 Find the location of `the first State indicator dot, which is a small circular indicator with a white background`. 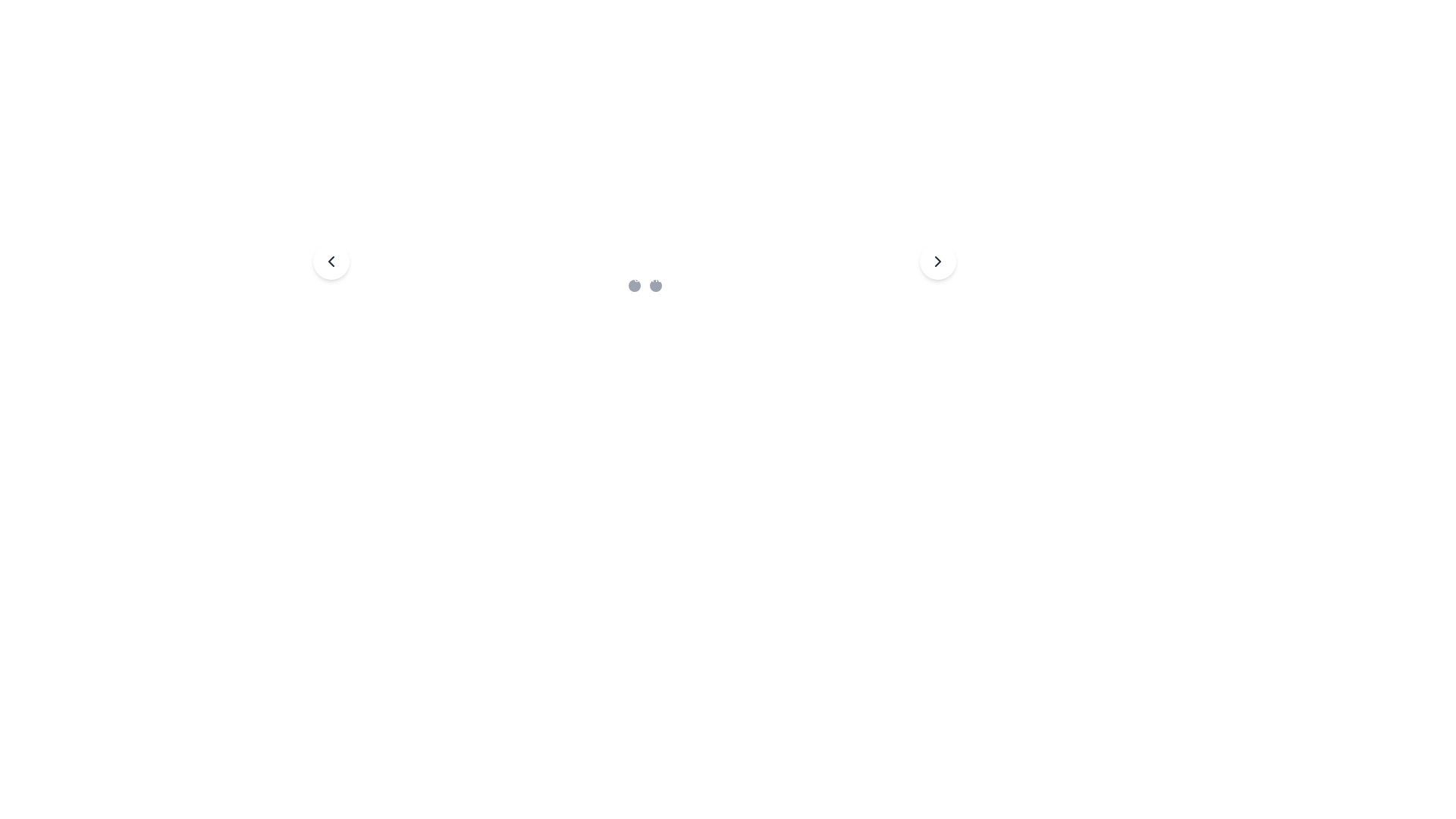

the first State indicator dot, which is a small circular indicator with a white background is located at coordinates (613, 286).